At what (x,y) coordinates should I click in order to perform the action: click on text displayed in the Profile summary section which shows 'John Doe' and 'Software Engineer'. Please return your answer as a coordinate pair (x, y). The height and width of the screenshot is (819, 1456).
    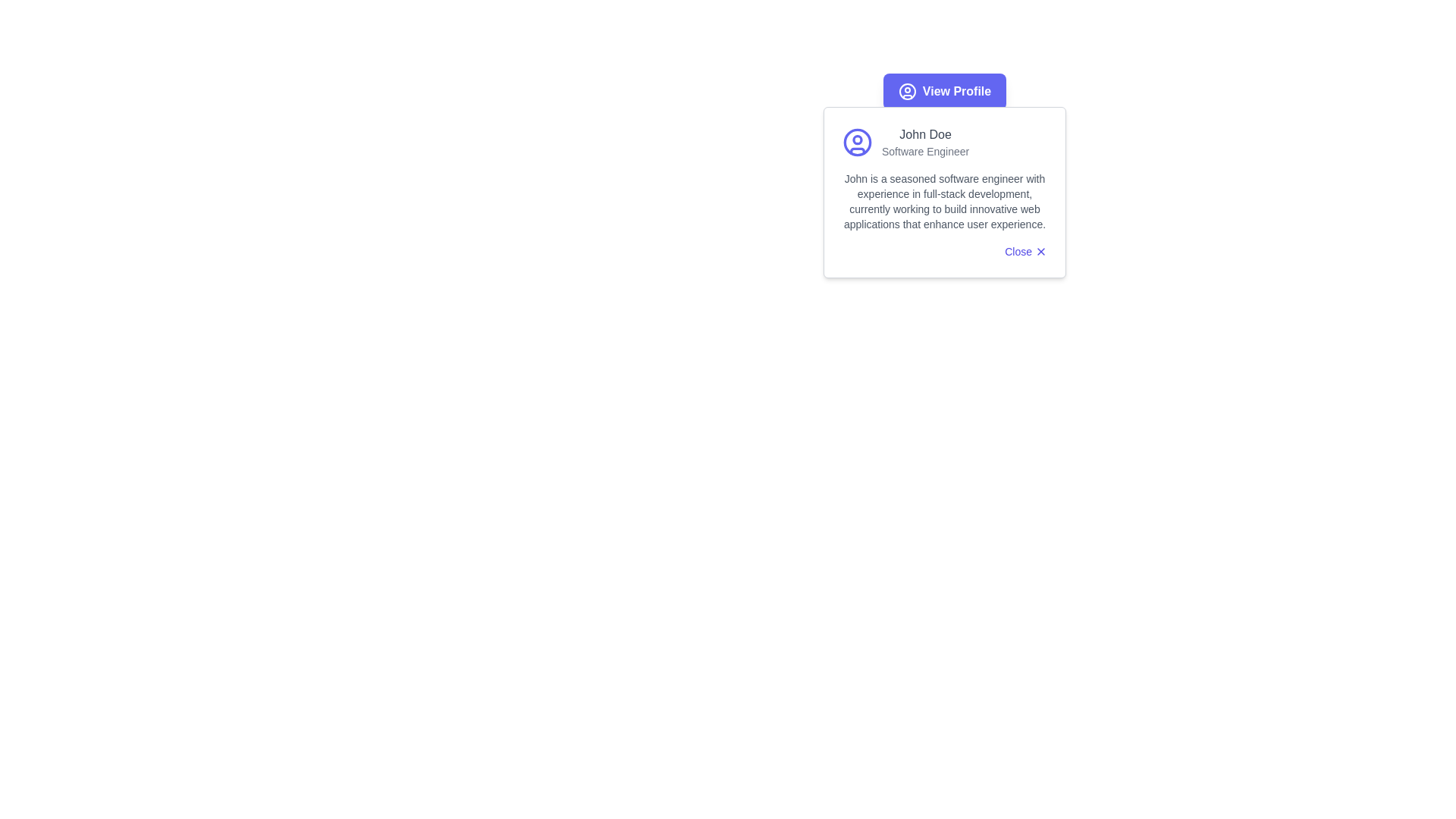
    Looking at the image, I should click on (944, 143).